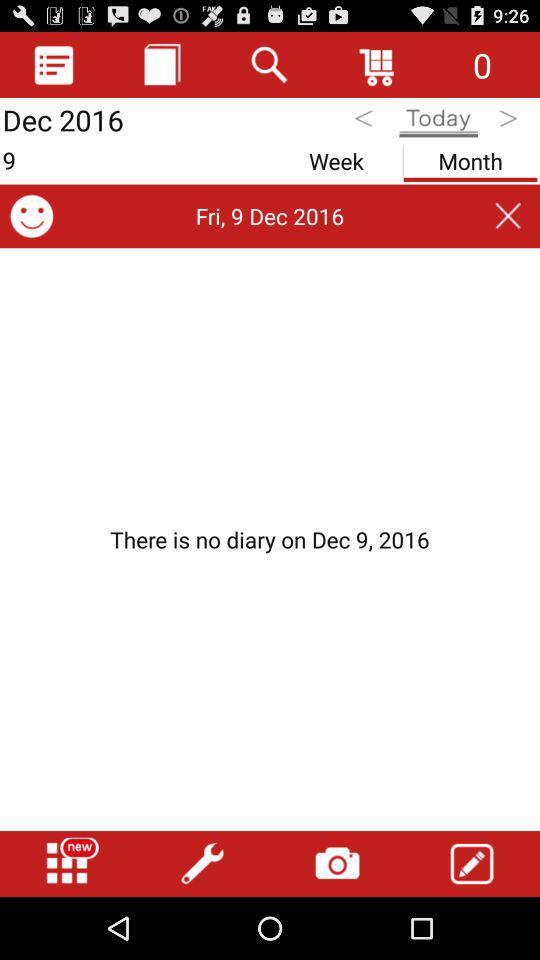  What do you see at coordinates (378, 64) in the screenshot?
I see `icon to the left of the 0 icon` at bounding box center [378, 64].